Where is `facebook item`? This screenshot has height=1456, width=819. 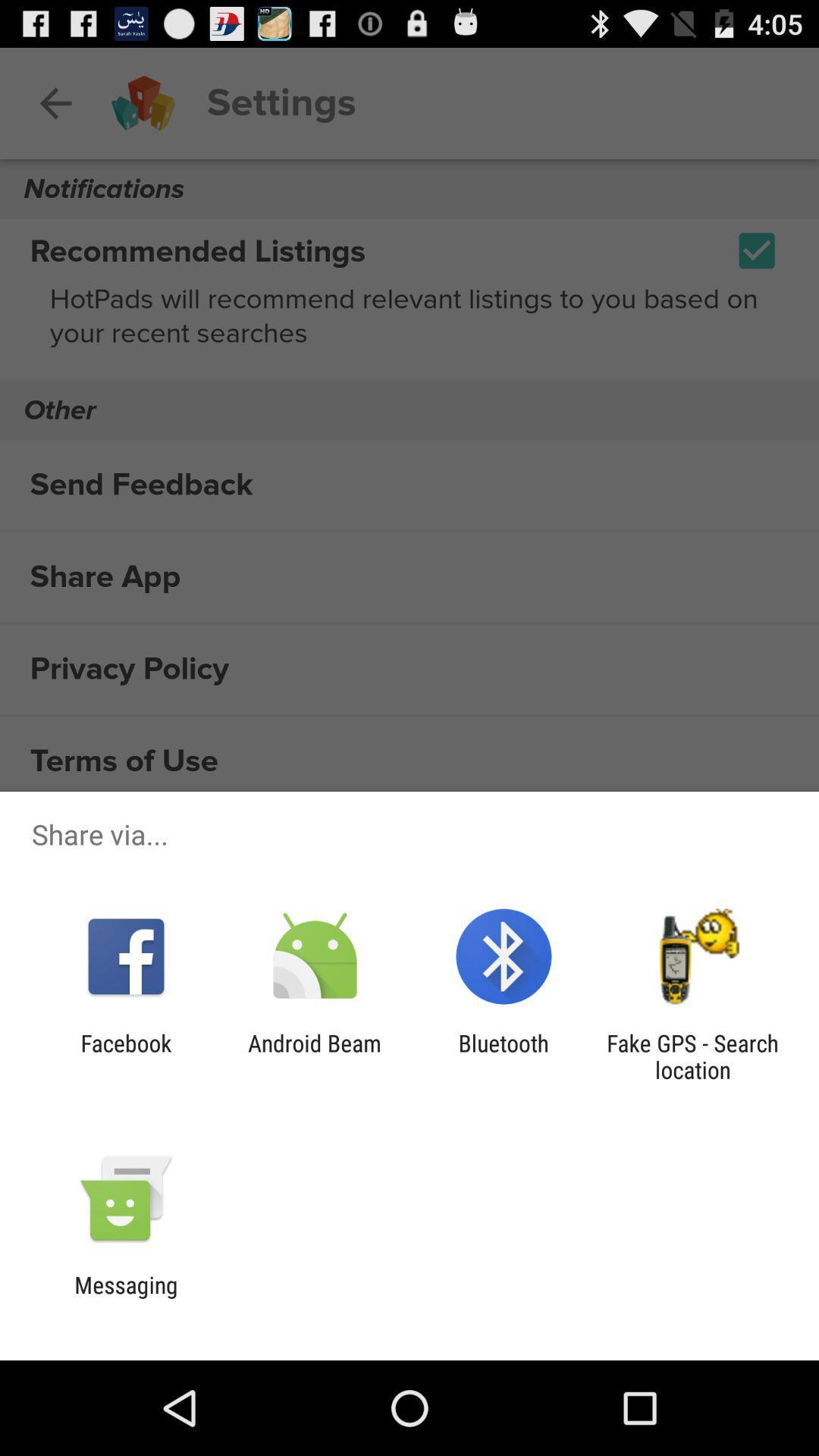 facebook item is located at coordinates (125, 1056).